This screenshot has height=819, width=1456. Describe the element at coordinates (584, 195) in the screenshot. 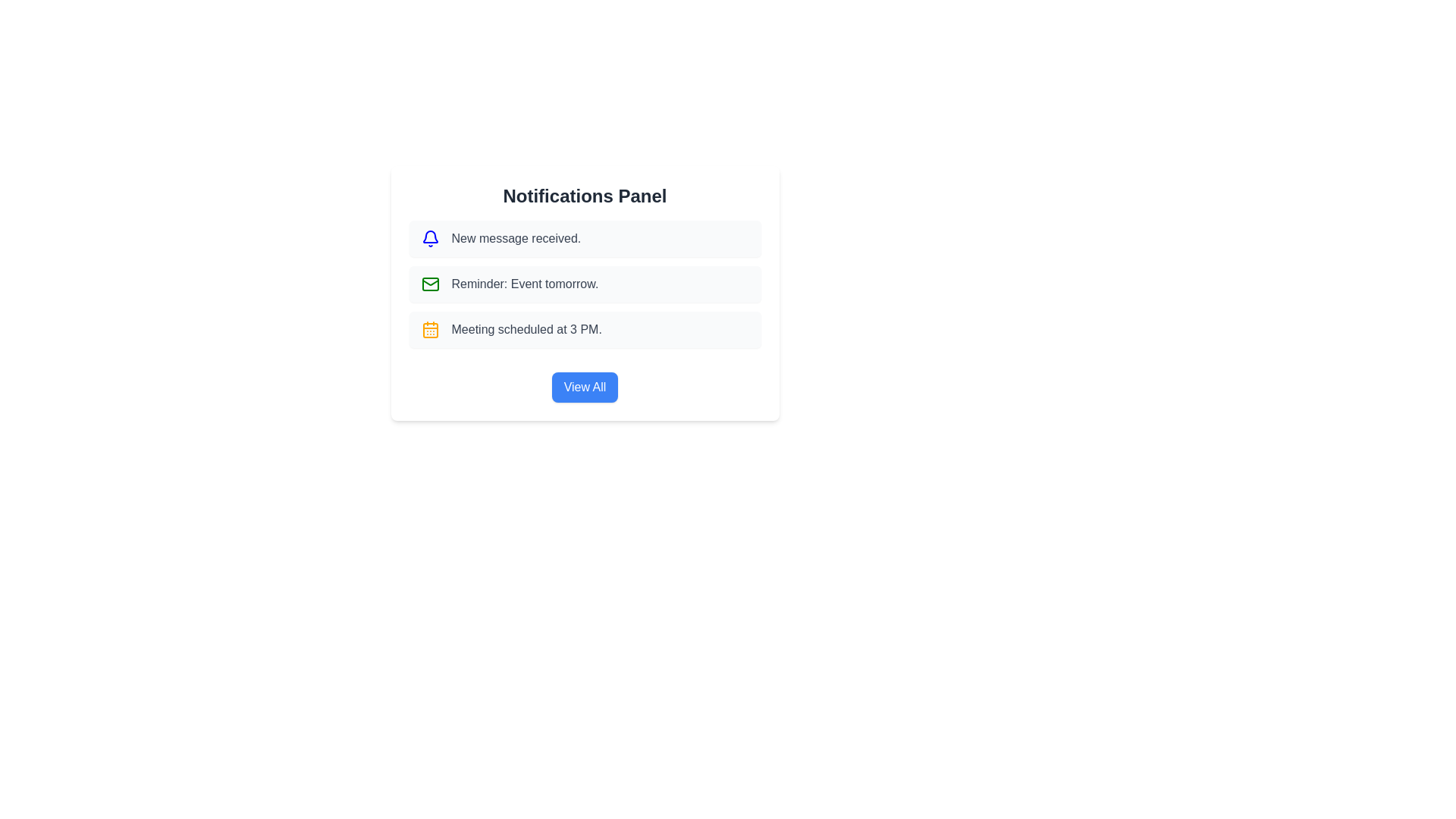

I see `styling of the 'Notifications Panel' text component, which is a bold, large font title in dark gray color located at the uppermost position of the notification panel` at that location.